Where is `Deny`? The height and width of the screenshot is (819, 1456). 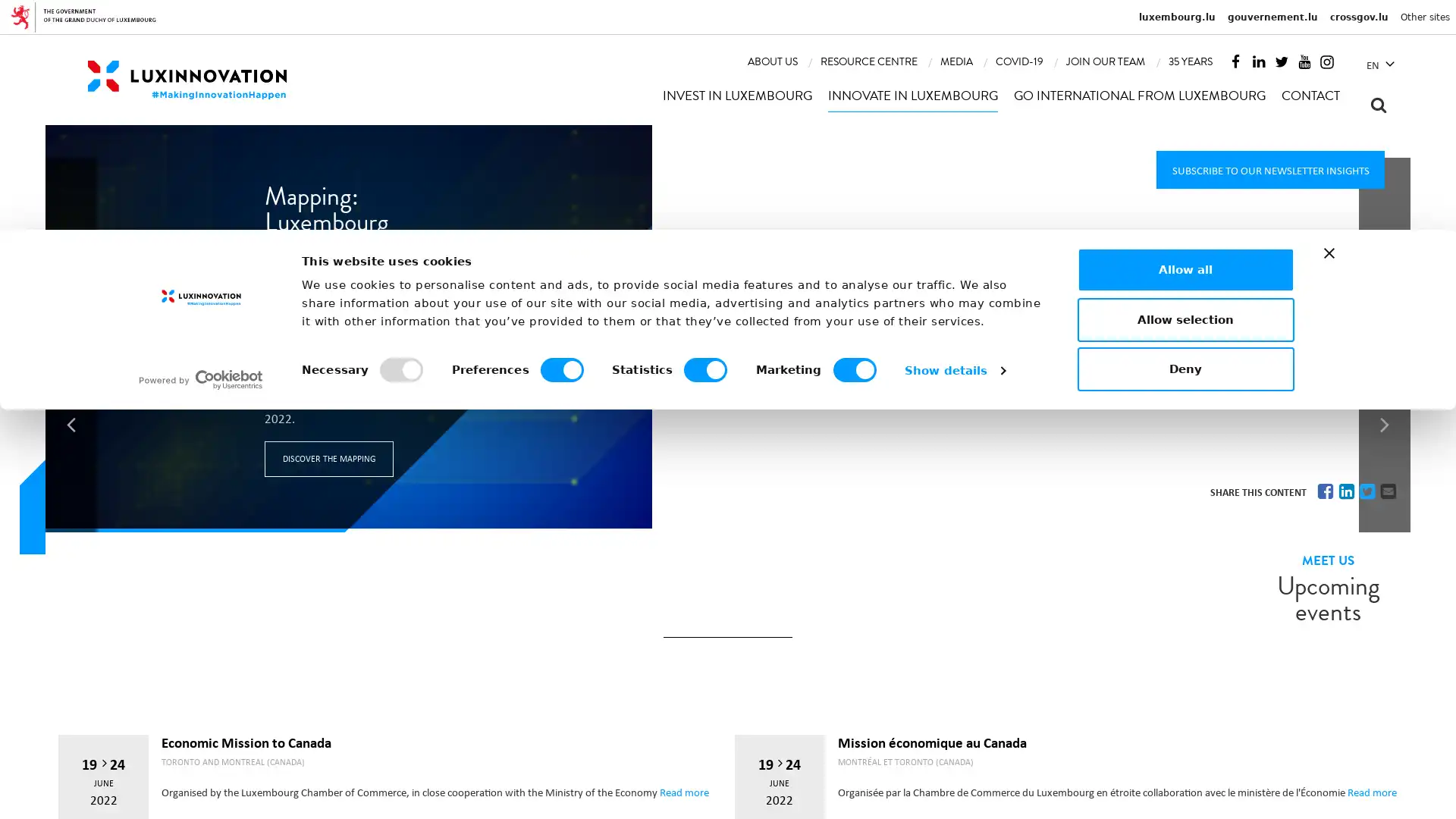
Deny is located at coordinates (1185, 778).